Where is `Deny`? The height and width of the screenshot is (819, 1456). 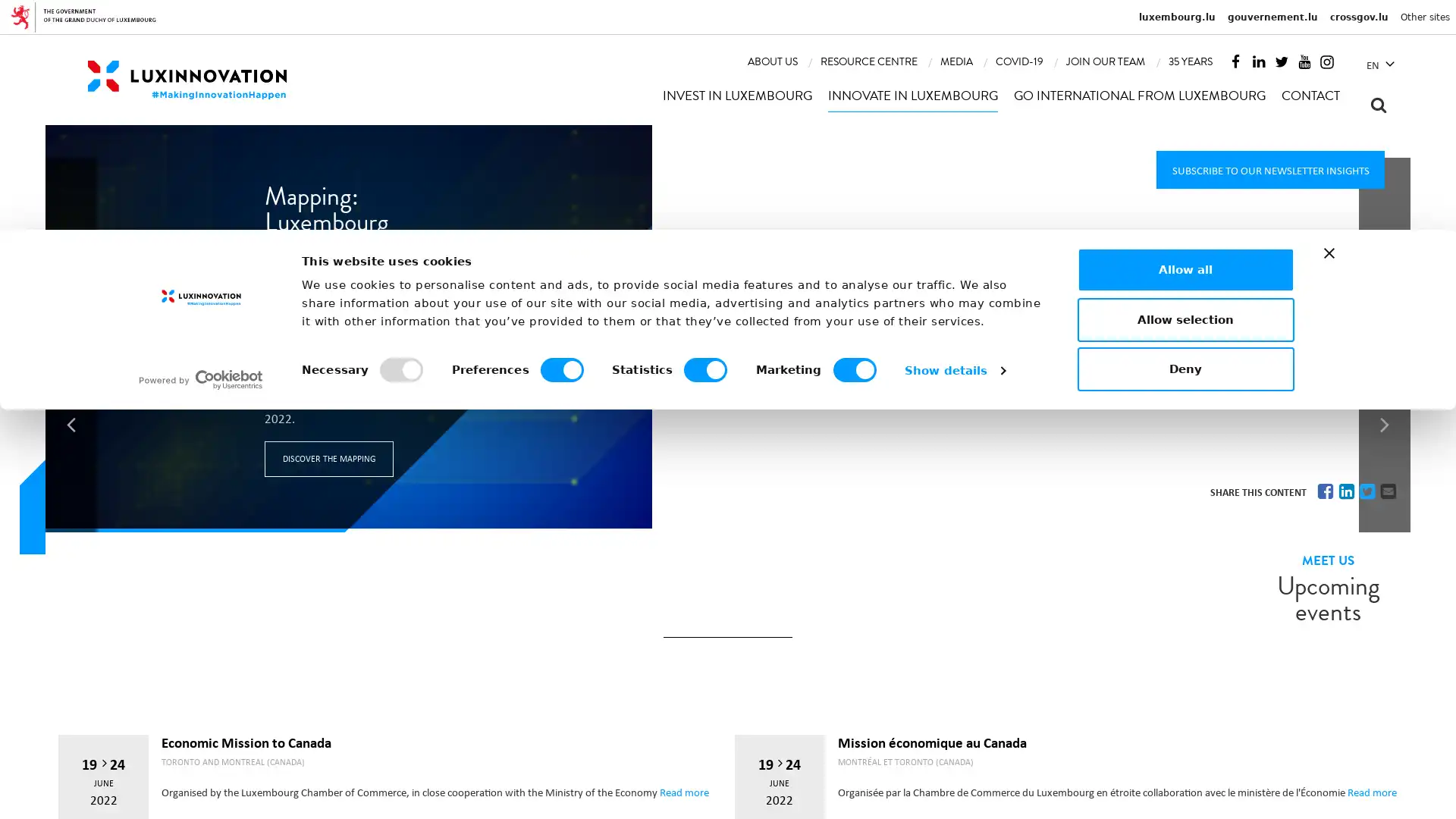
Deny is located at coordinates (1185, 778).